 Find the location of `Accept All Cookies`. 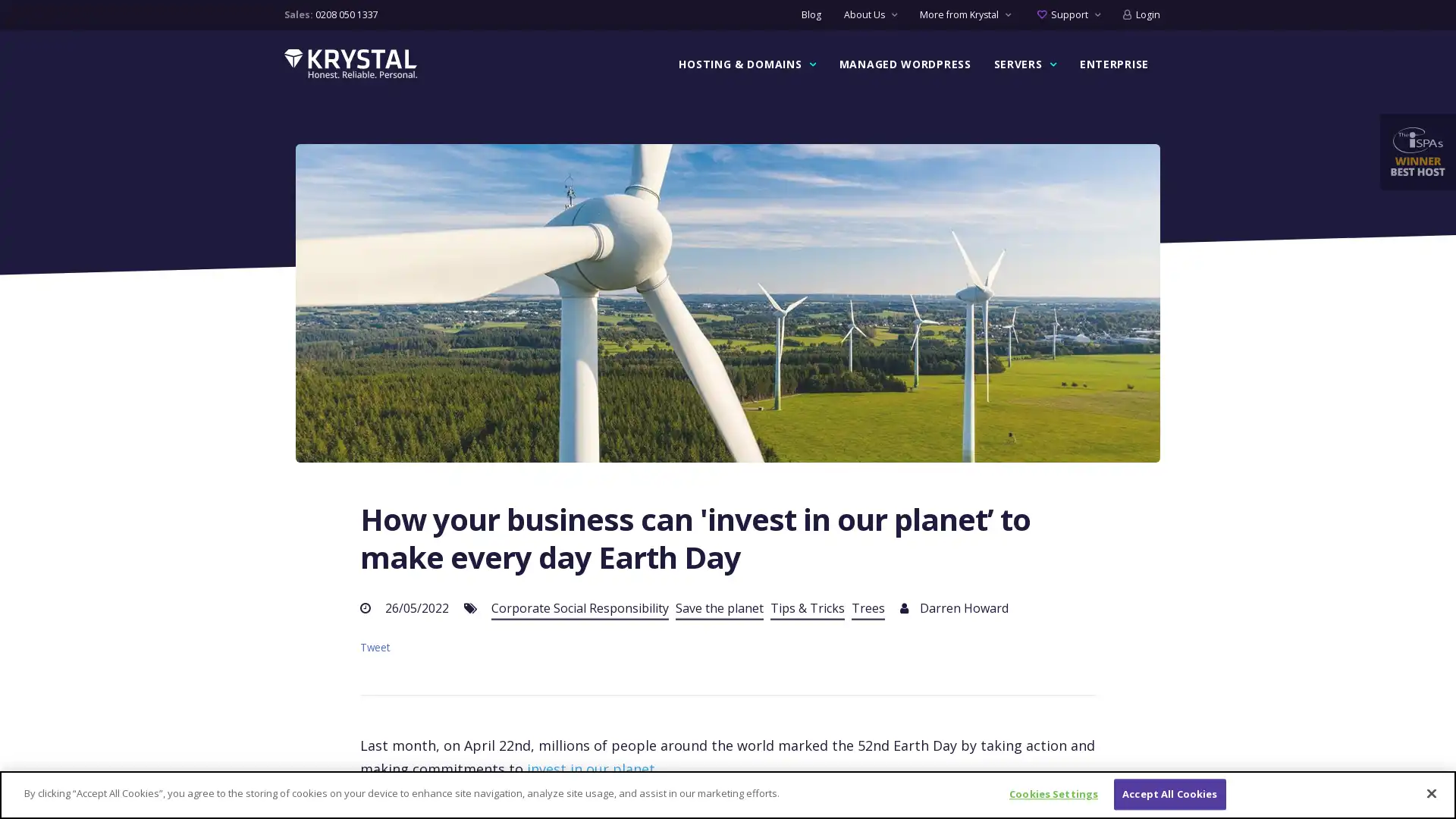

Accept All Cookies is located at coordinates (1169, 793).